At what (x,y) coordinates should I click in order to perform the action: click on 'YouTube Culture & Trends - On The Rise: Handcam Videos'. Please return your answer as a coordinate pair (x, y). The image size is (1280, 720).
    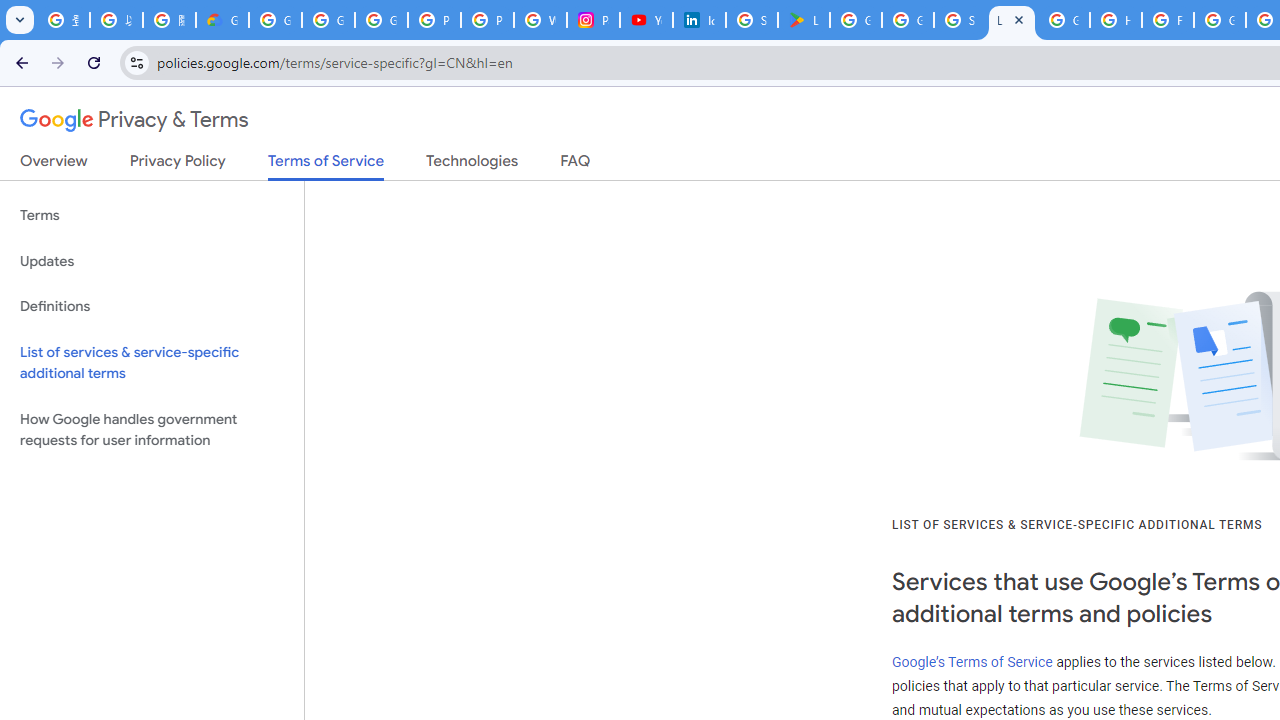
    Looking at the image, I should click on (646, 20).